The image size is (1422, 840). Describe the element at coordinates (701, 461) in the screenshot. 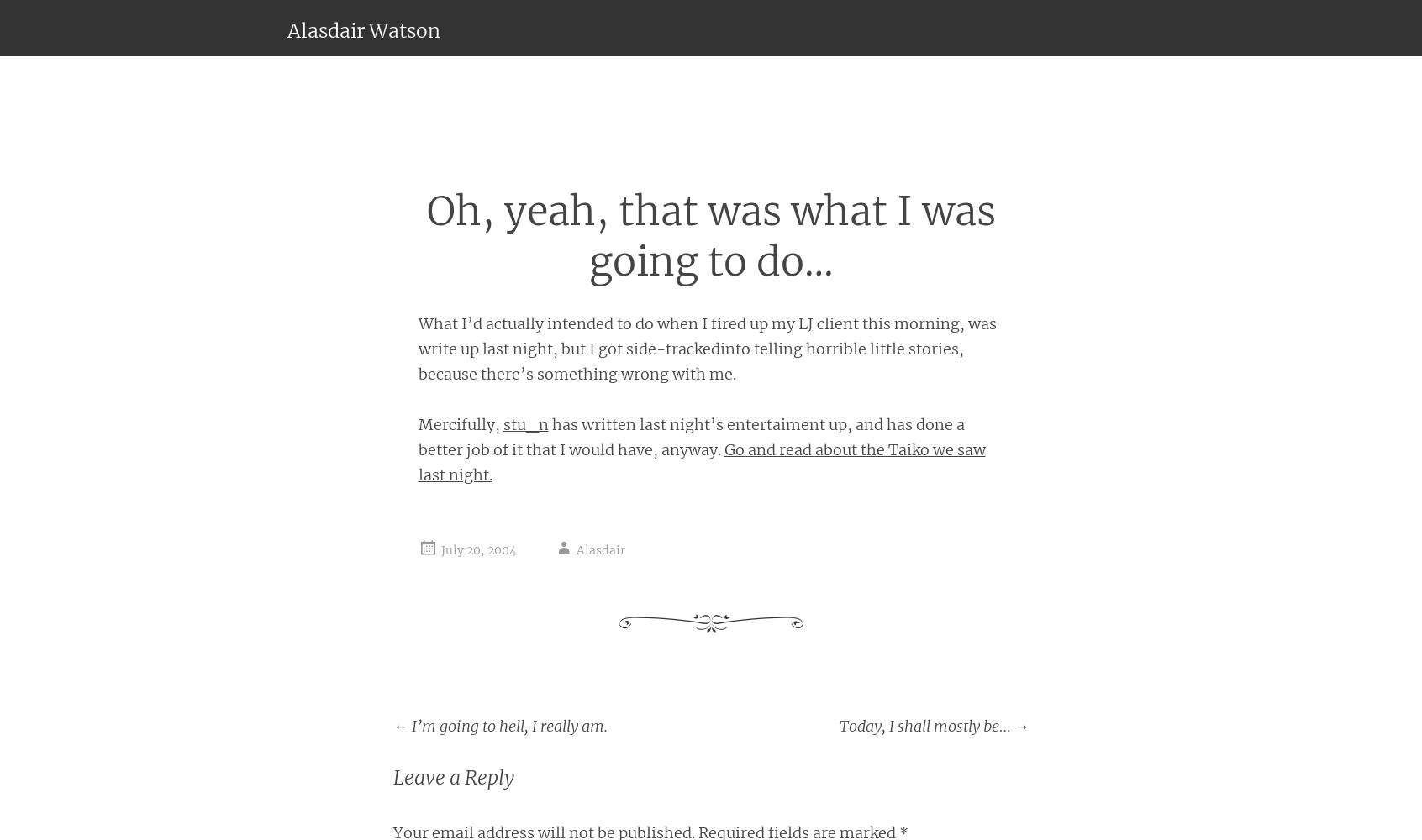

I see `'Go and read about the Taiko we saw last night.'` at that location.